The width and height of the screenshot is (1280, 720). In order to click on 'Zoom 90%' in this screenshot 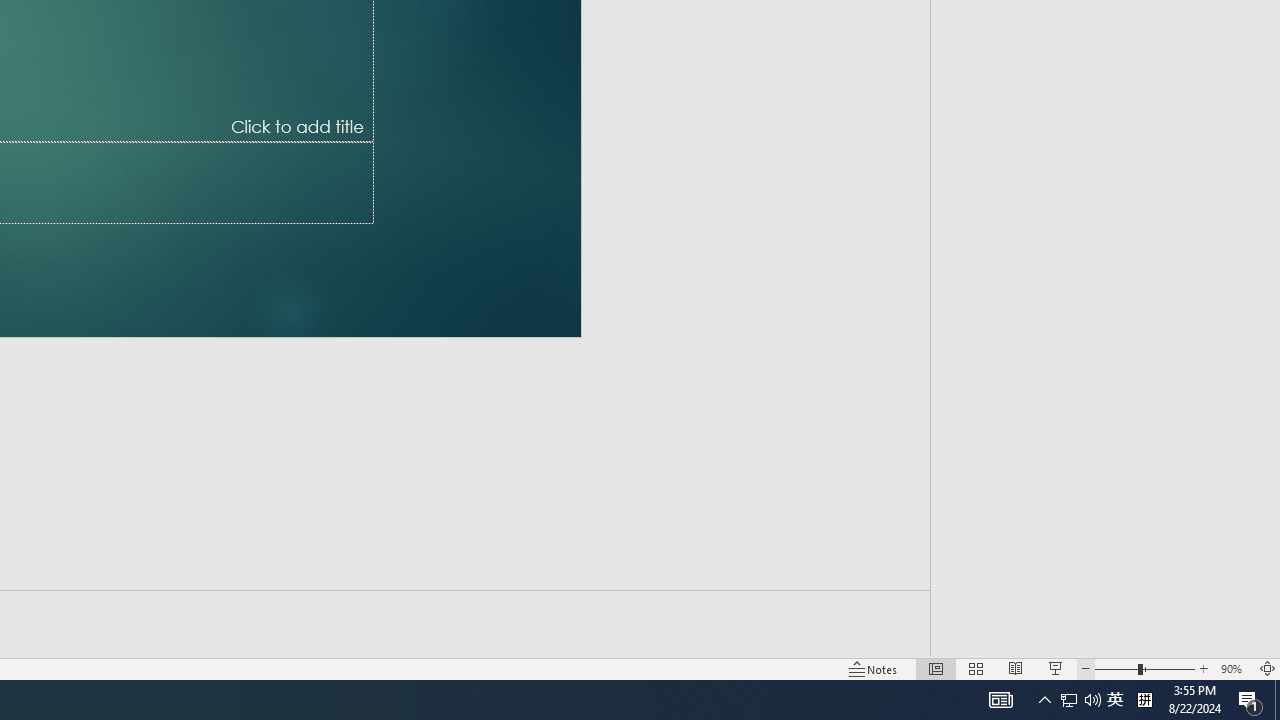, I will do `click(1233, 669)`.